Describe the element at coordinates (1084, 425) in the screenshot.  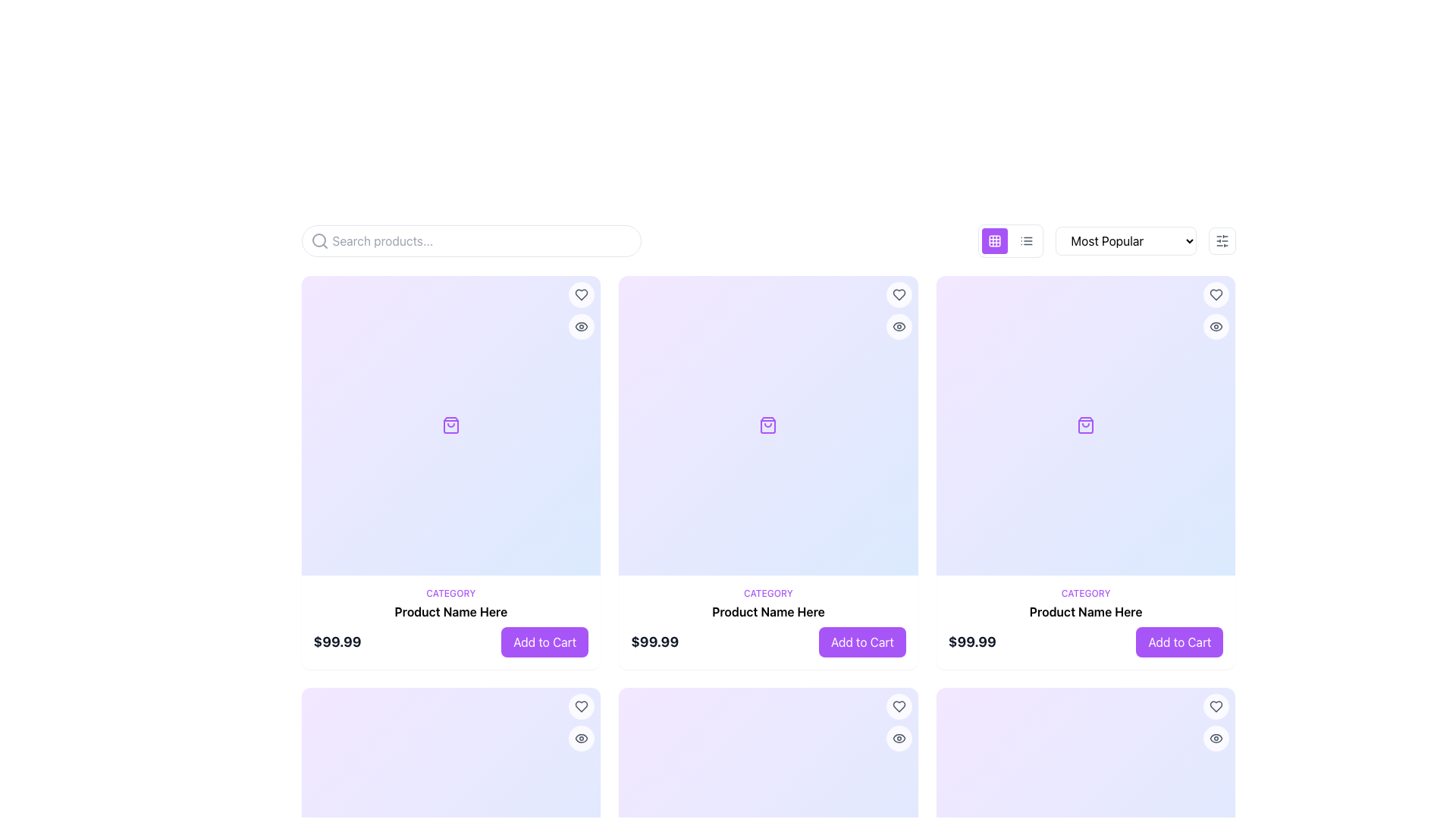
I see `the shopping-related icon located in the second column of the first row of a grid layout` at that location.